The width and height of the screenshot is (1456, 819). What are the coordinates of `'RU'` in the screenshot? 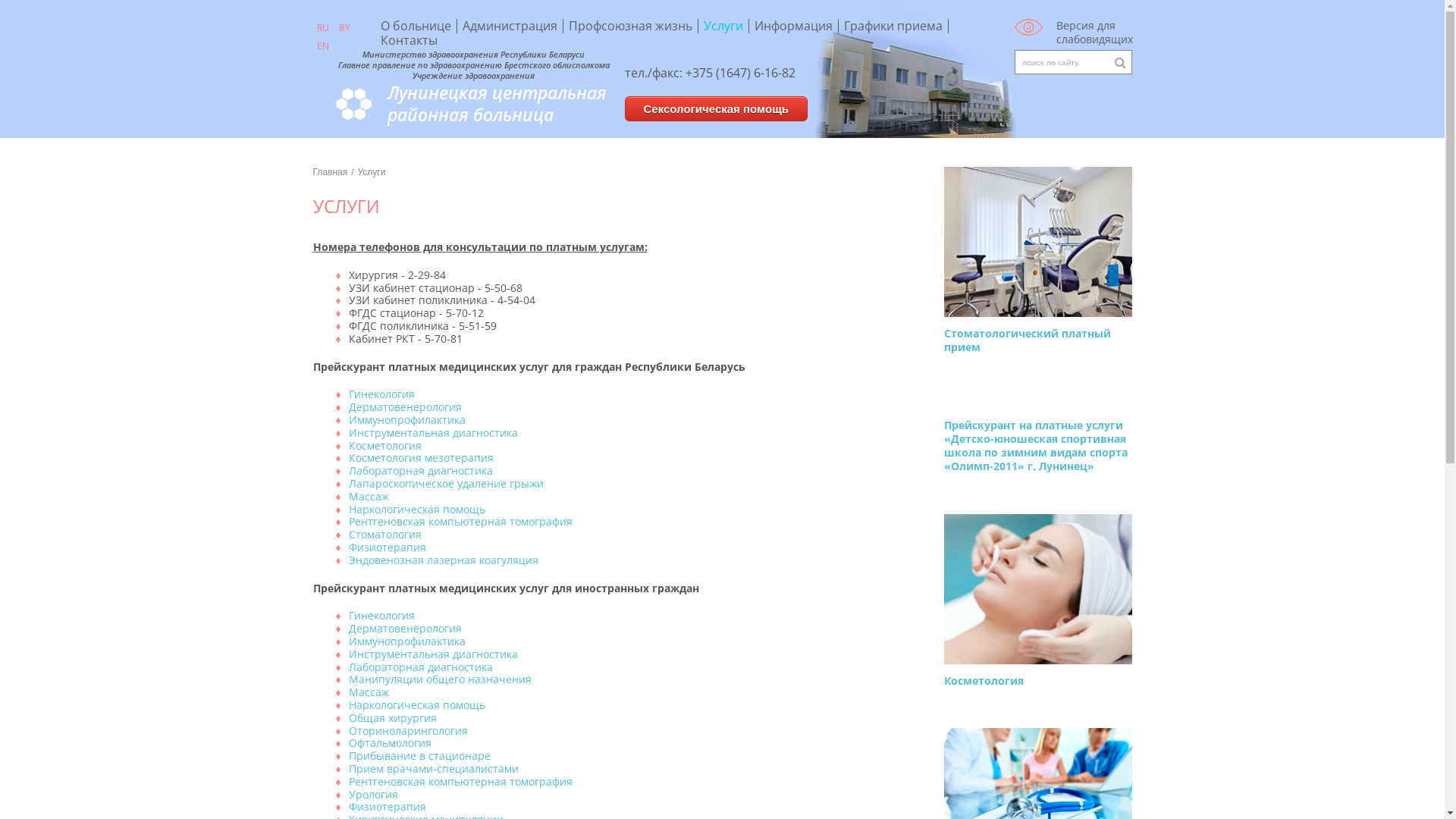 It's located at (322, 28).